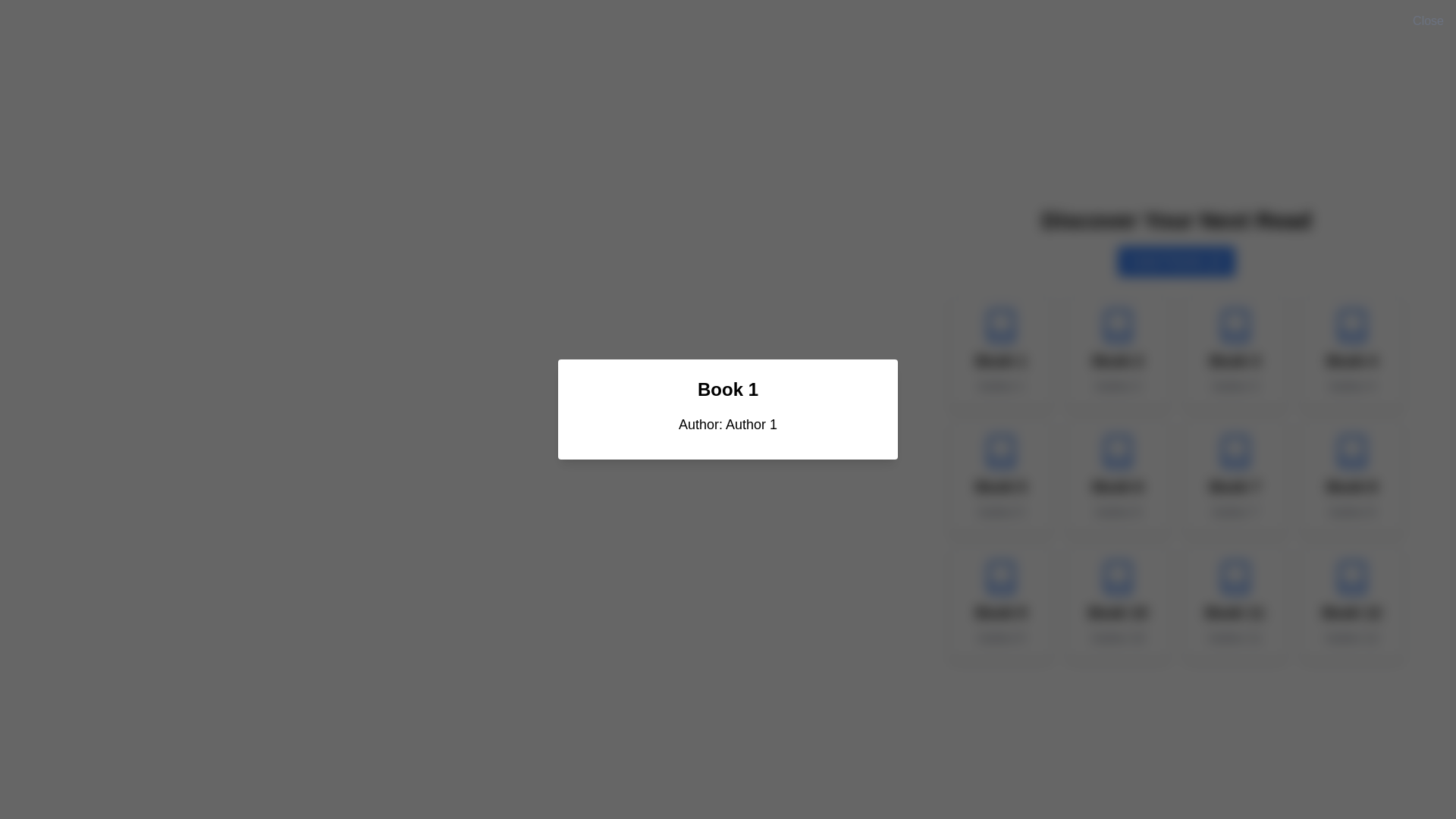 The height and width of the screenshot is (819, 1456). I want to click on the book icon located at the bottom-right corner of the interface, which serves as a visual cue for reading-related functions, so click(1351, 578).